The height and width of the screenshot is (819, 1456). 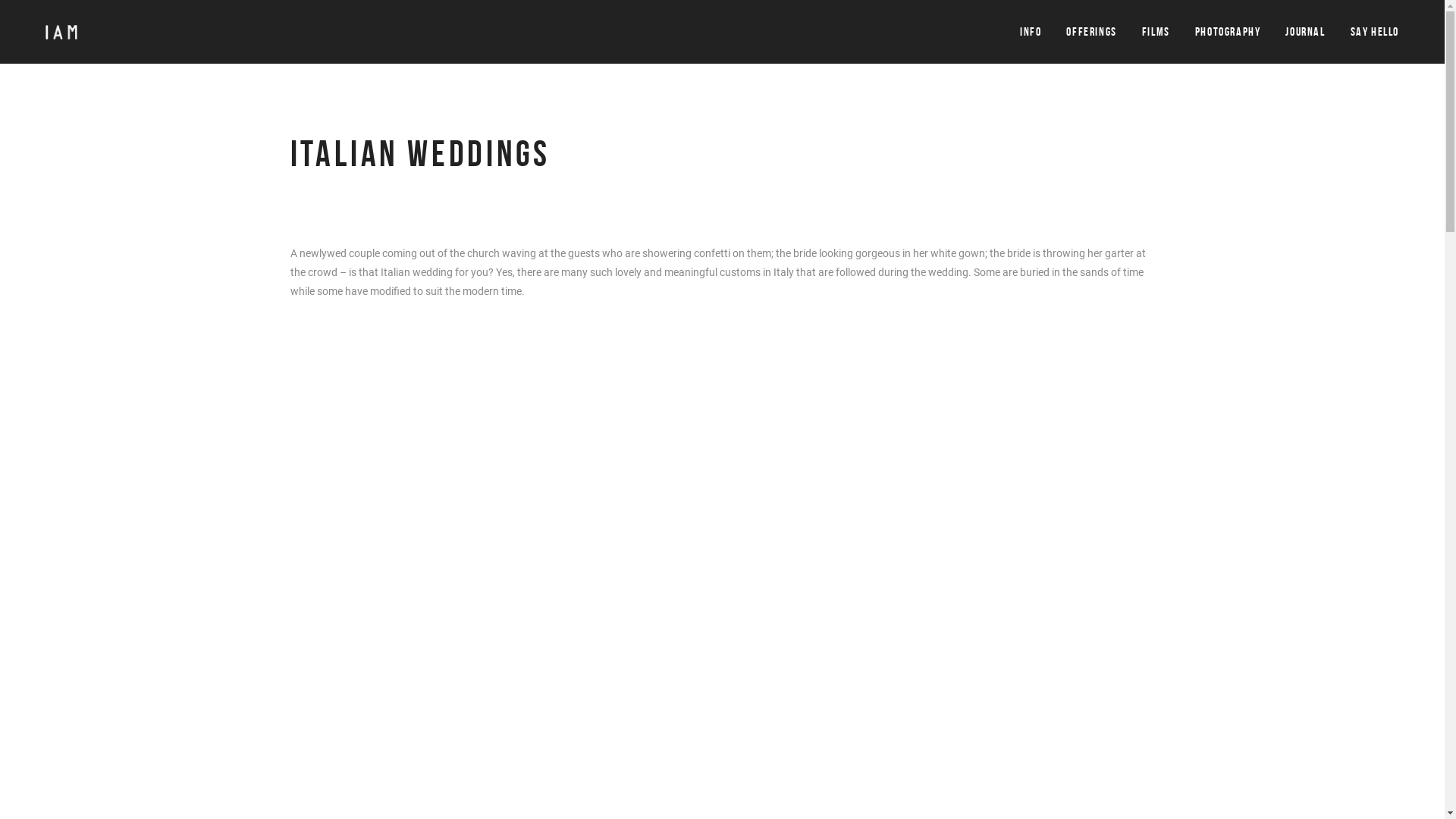 I want to click on 'PHOTOGRAPHY', so click(x=1194, y=32).